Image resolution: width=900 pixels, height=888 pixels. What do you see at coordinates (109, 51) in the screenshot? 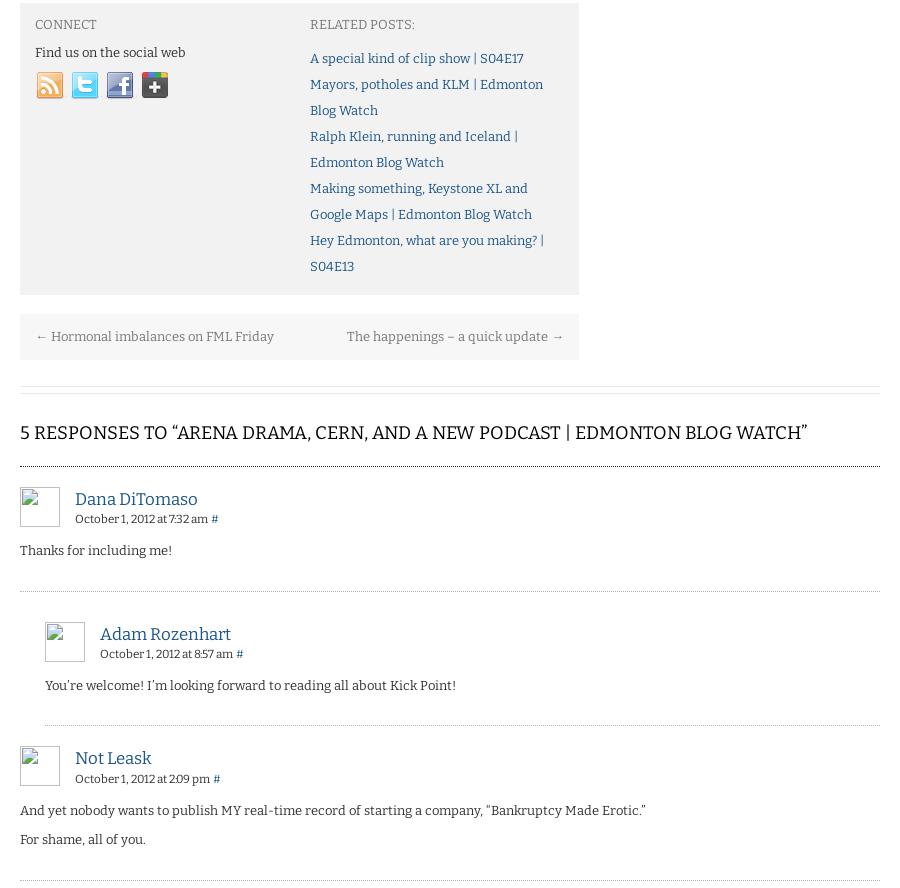
I see `'Find us on the social web'` at bounding box center [109, 51].